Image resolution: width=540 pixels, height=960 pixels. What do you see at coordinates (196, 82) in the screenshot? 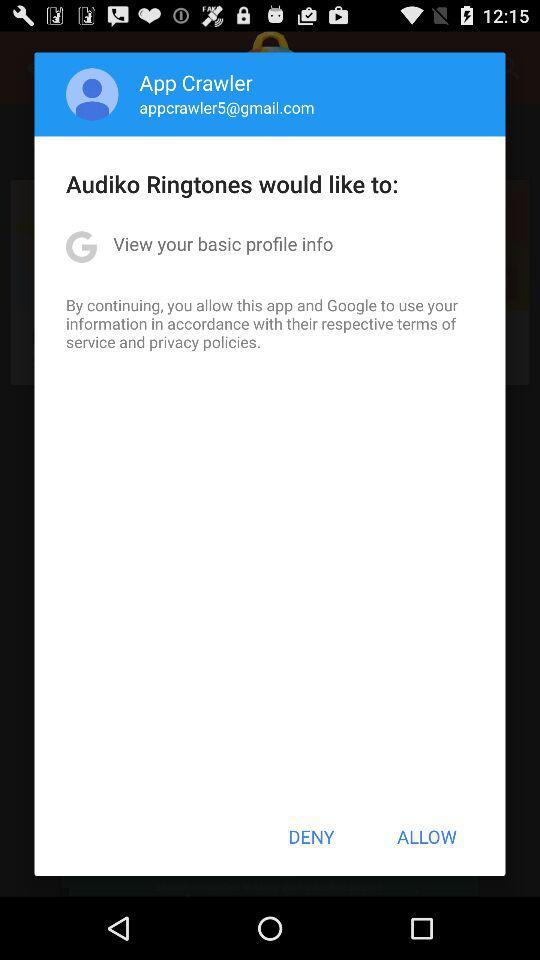
I see `the app crawler` at bounding box center [196, 82].